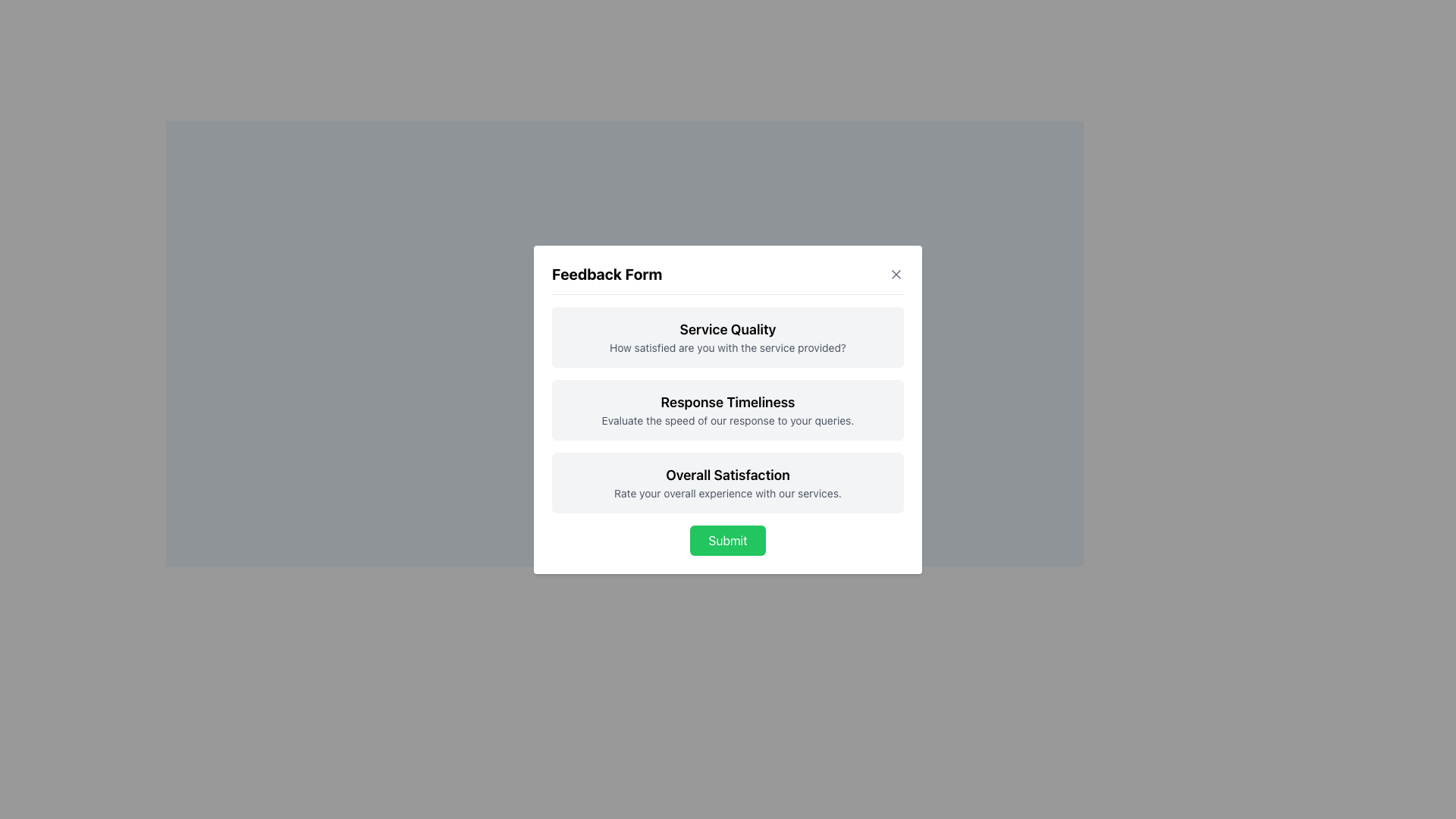 This screenshot has height=819, width=1456. What do you see at coordinates (728, 420) in the screenshot?
I see `the text label that reads 'Evaluate the speed of our response to your queries.' located below the heading 'Response Timeliness' in the feedback form interface` at bounding box center [728, 420].